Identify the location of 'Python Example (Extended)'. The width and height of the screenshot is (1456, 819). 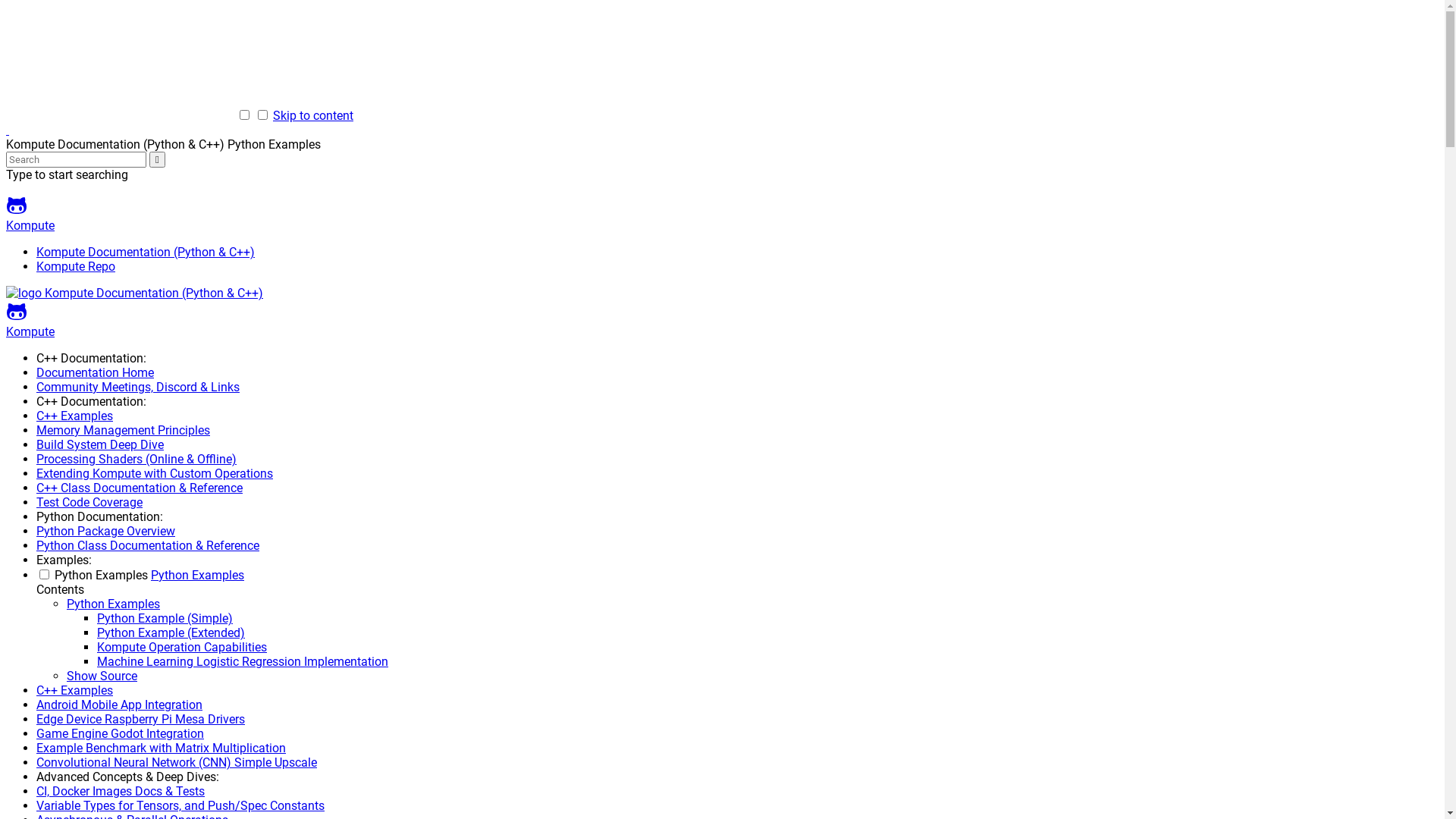
(171, 632).